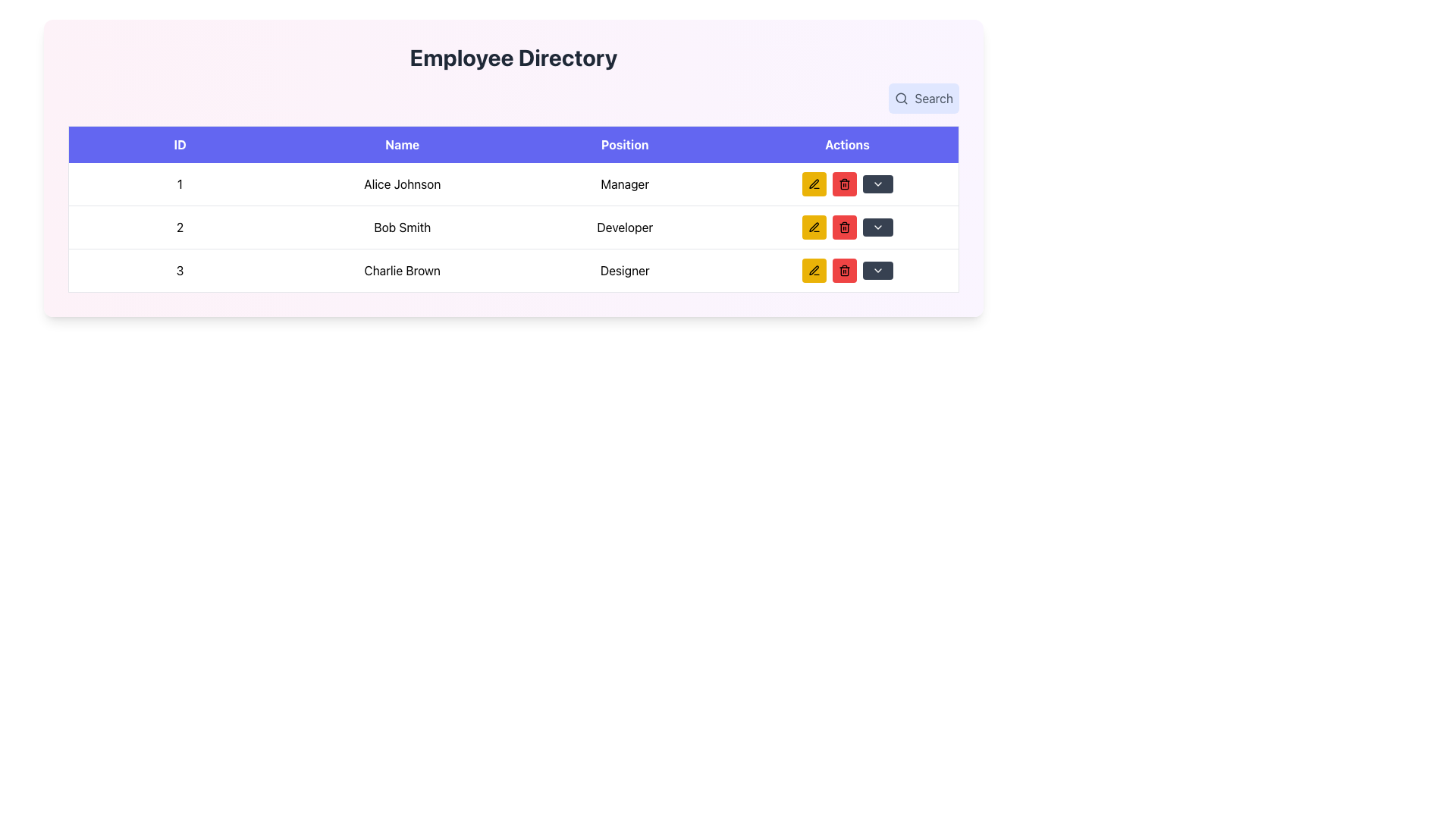 The width and height of the screenshot is (1456, 819). Describe the element at coordinates (180, 227) in the screenshot. I see `the ID element of the second individual in the table, which is located in the second row under the 'ID' column, positioned to the left of 'Bob Smith' and 'Developer'` at that location.